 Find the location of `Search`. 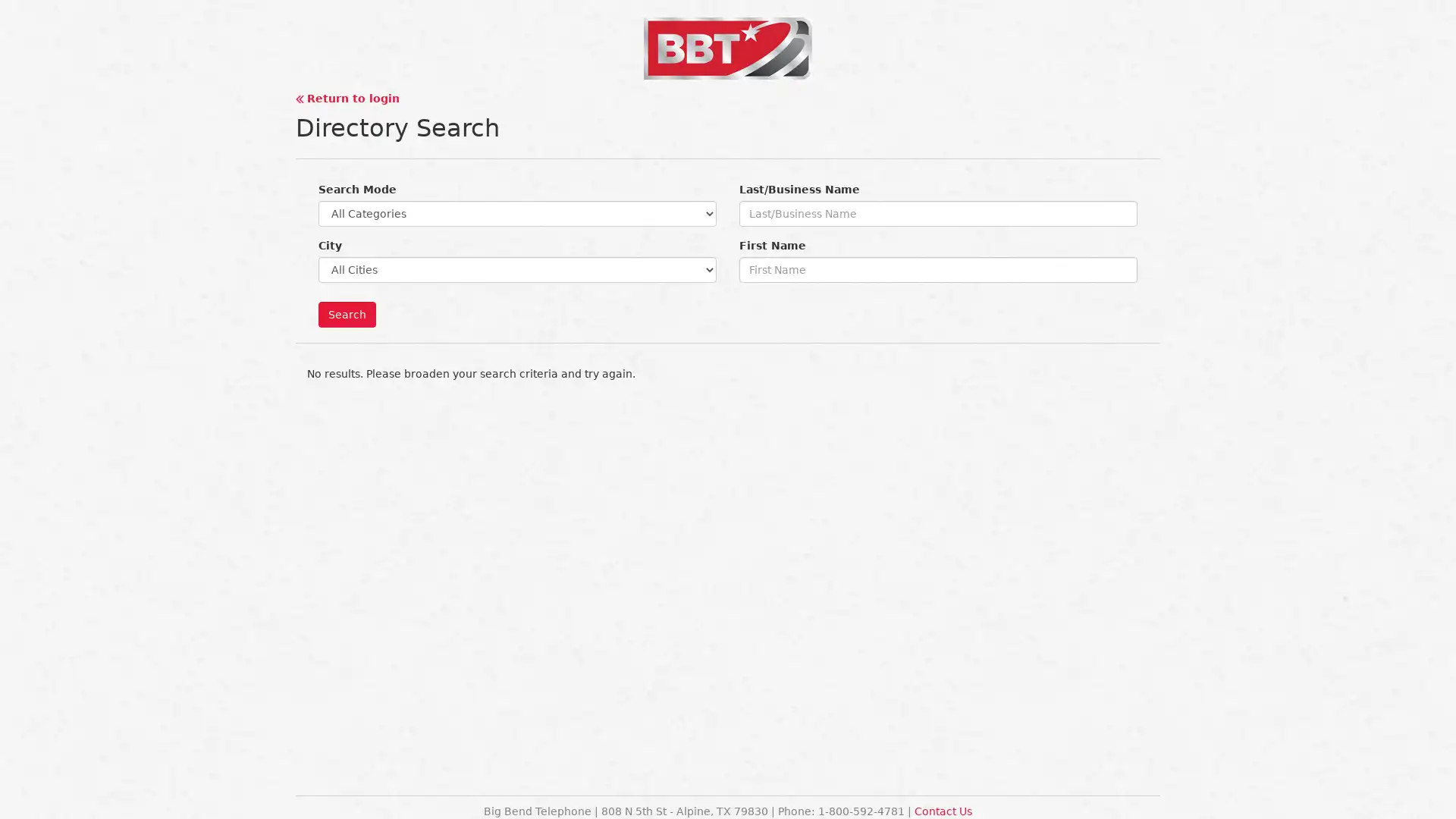

Search is located at coordinates (346, 314).